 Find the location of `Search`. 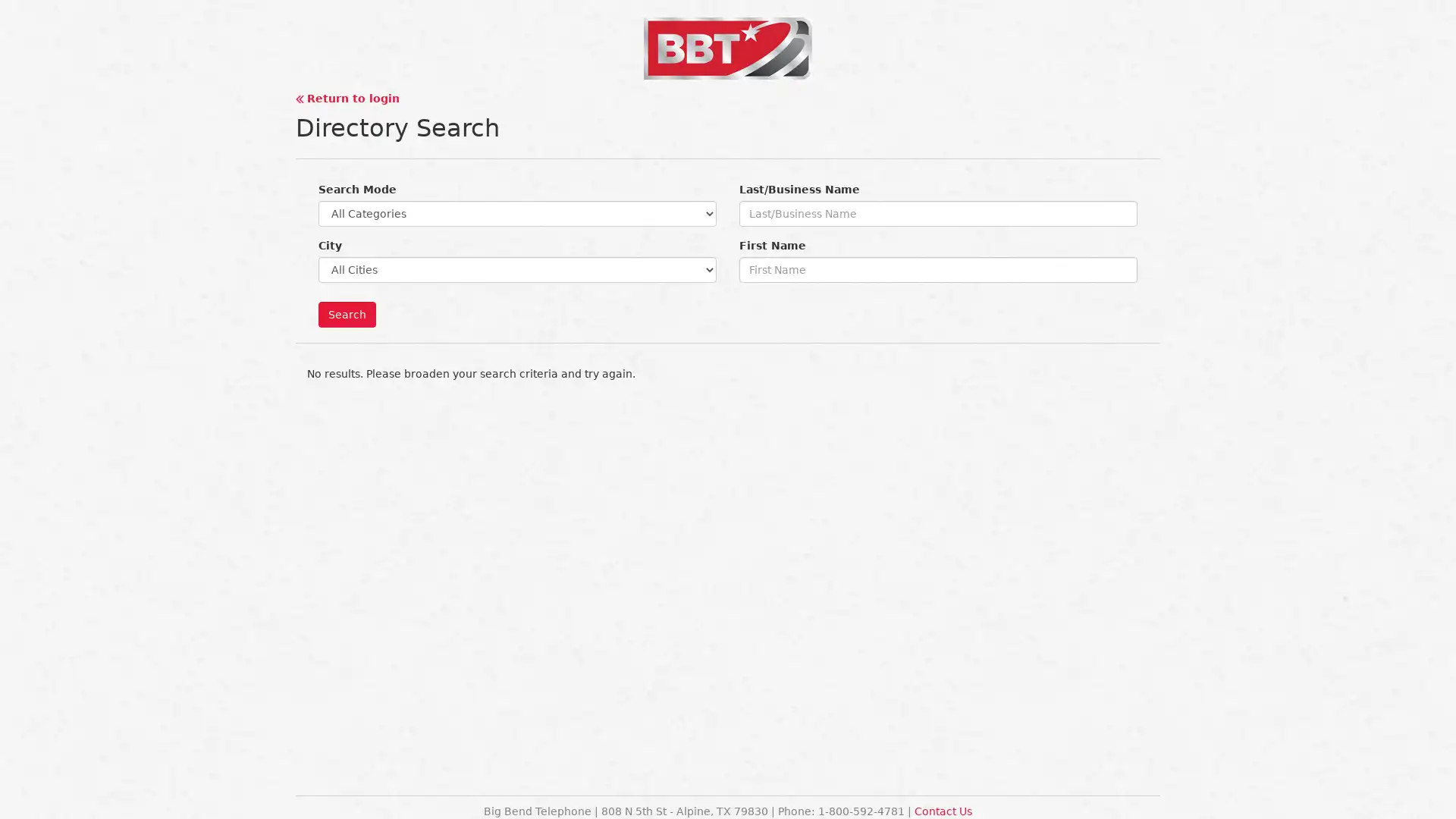

Search is located at coordinates (346, 314).